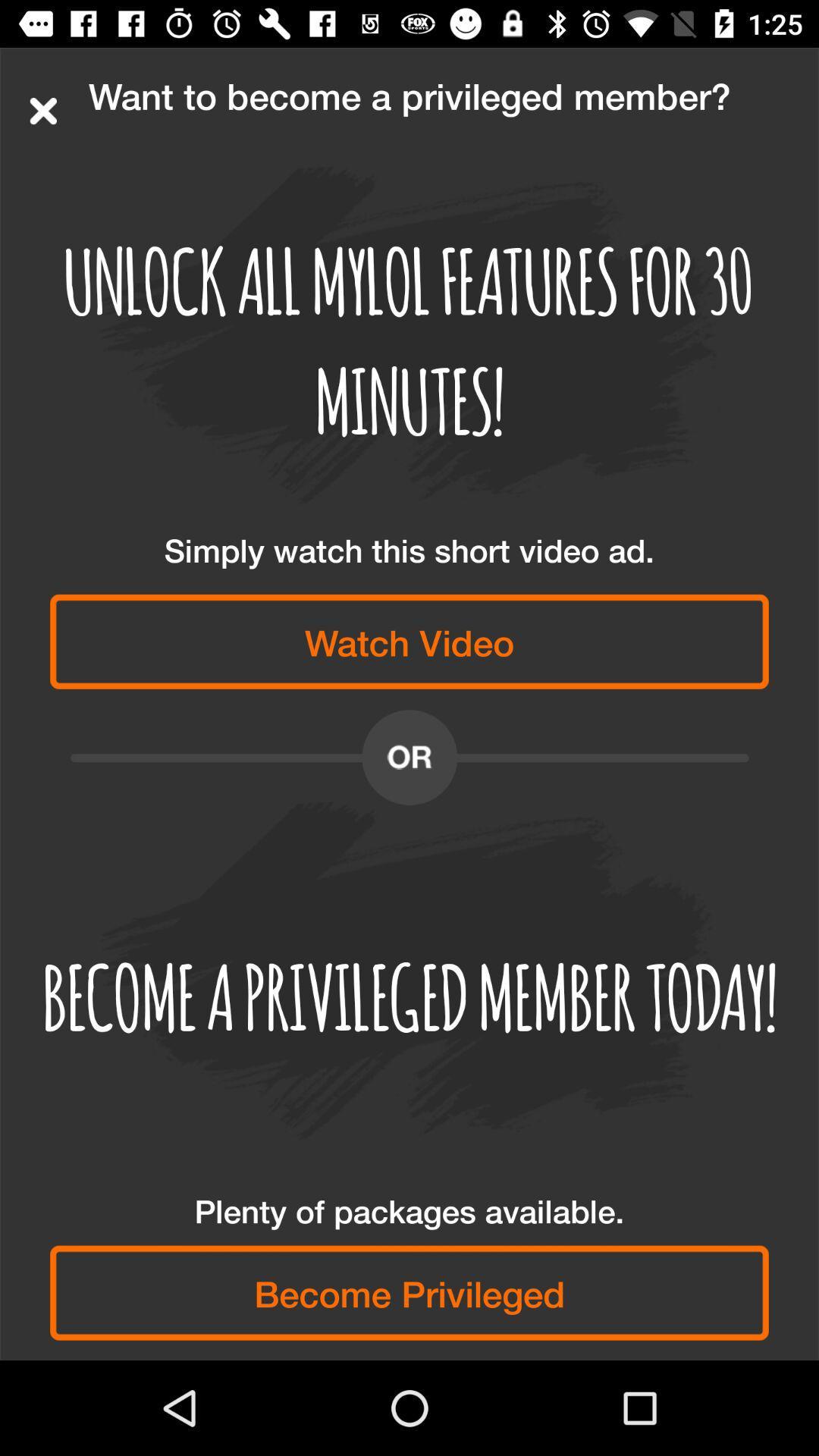 Image resolution: width=819 pixels, height=1456 pixels. Describe the element at coordinates (42, 110) in the screenshot. I see `the close icon` at that location.